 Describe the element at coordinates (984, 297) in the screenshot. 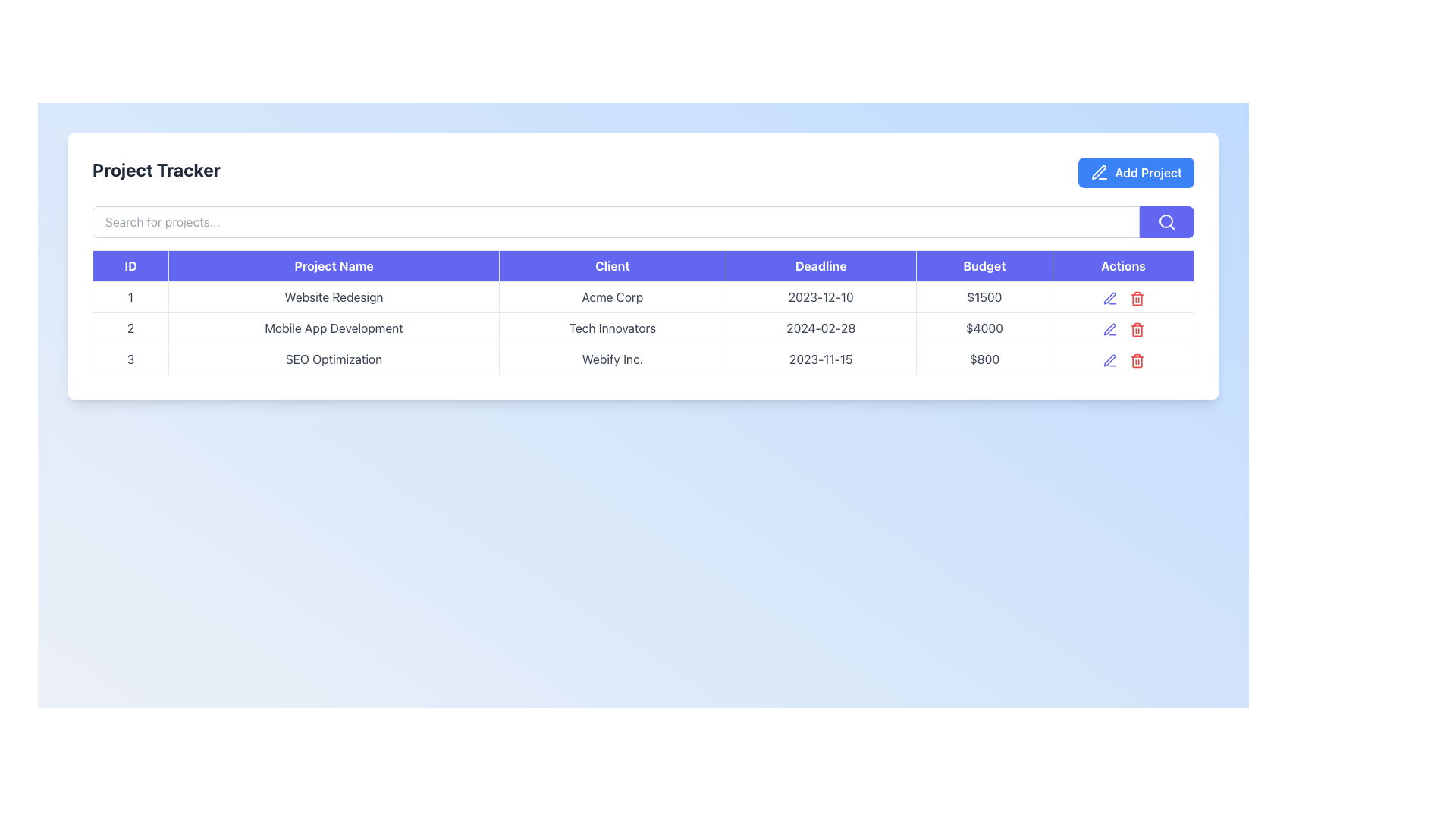

I see `the Text Label displaying the budget value '$1500' in the 'Budget' column of the first row of the table` at that location.